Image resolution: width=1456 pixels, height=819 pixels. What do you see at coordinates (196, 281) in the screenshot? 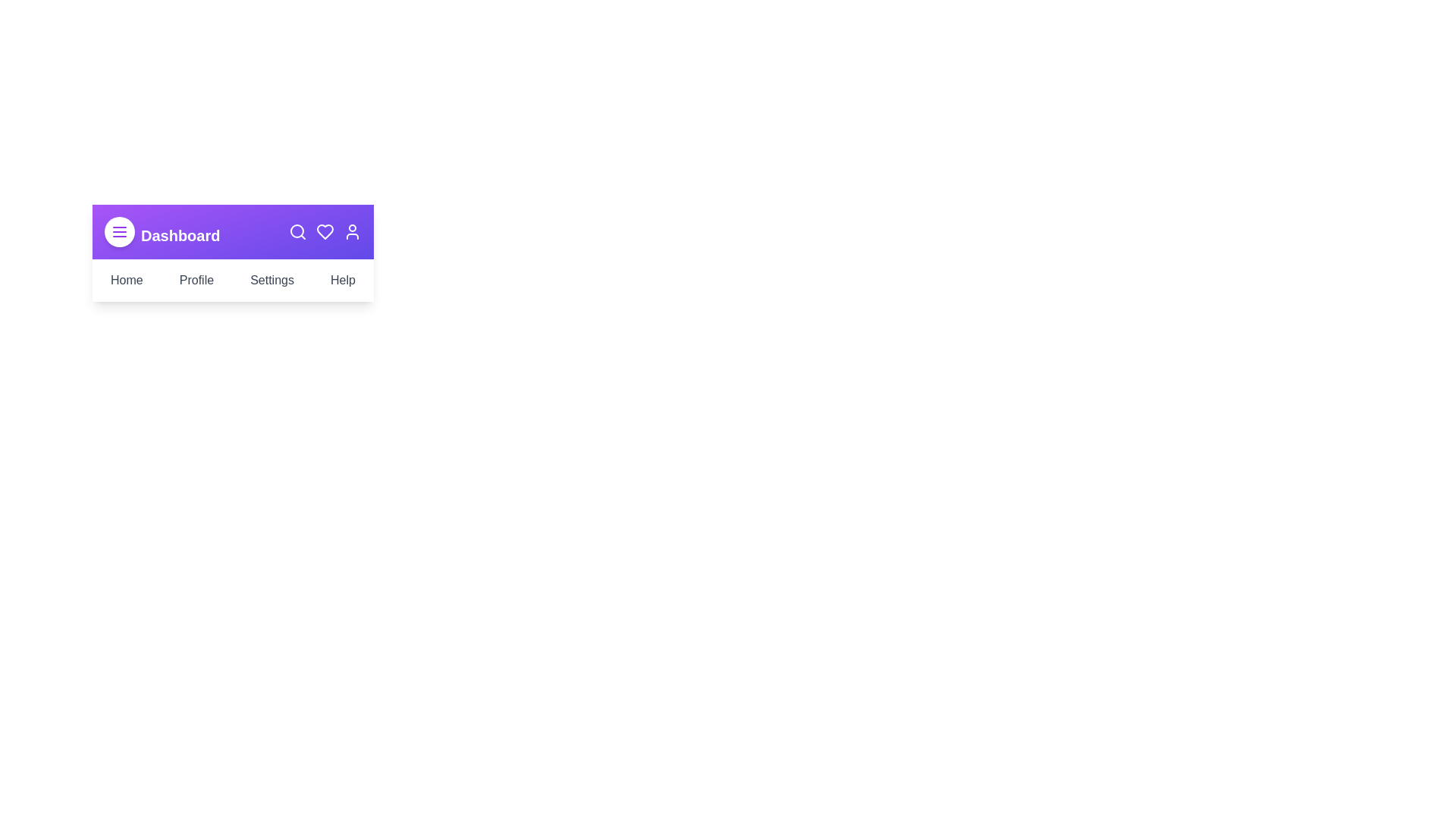
I see `the Profile menu item in the navigation menu` at bounding box center [196, 281].